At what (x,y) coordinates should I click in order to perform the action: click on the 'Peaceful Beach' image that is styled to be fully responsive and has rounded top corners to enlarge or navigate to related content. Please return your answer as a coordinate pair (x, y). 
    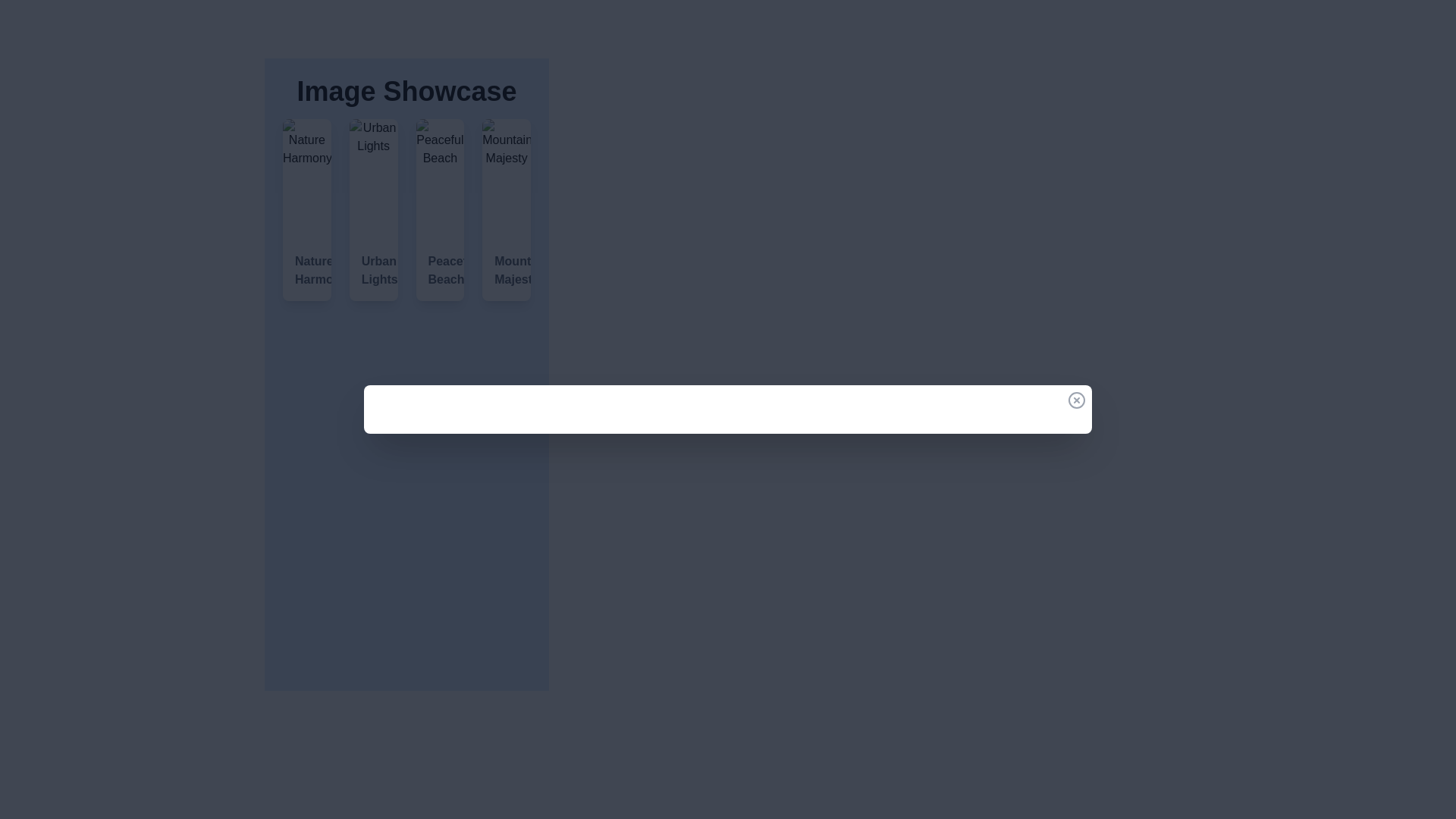
    Looking at the image, I should click on (439, 178).